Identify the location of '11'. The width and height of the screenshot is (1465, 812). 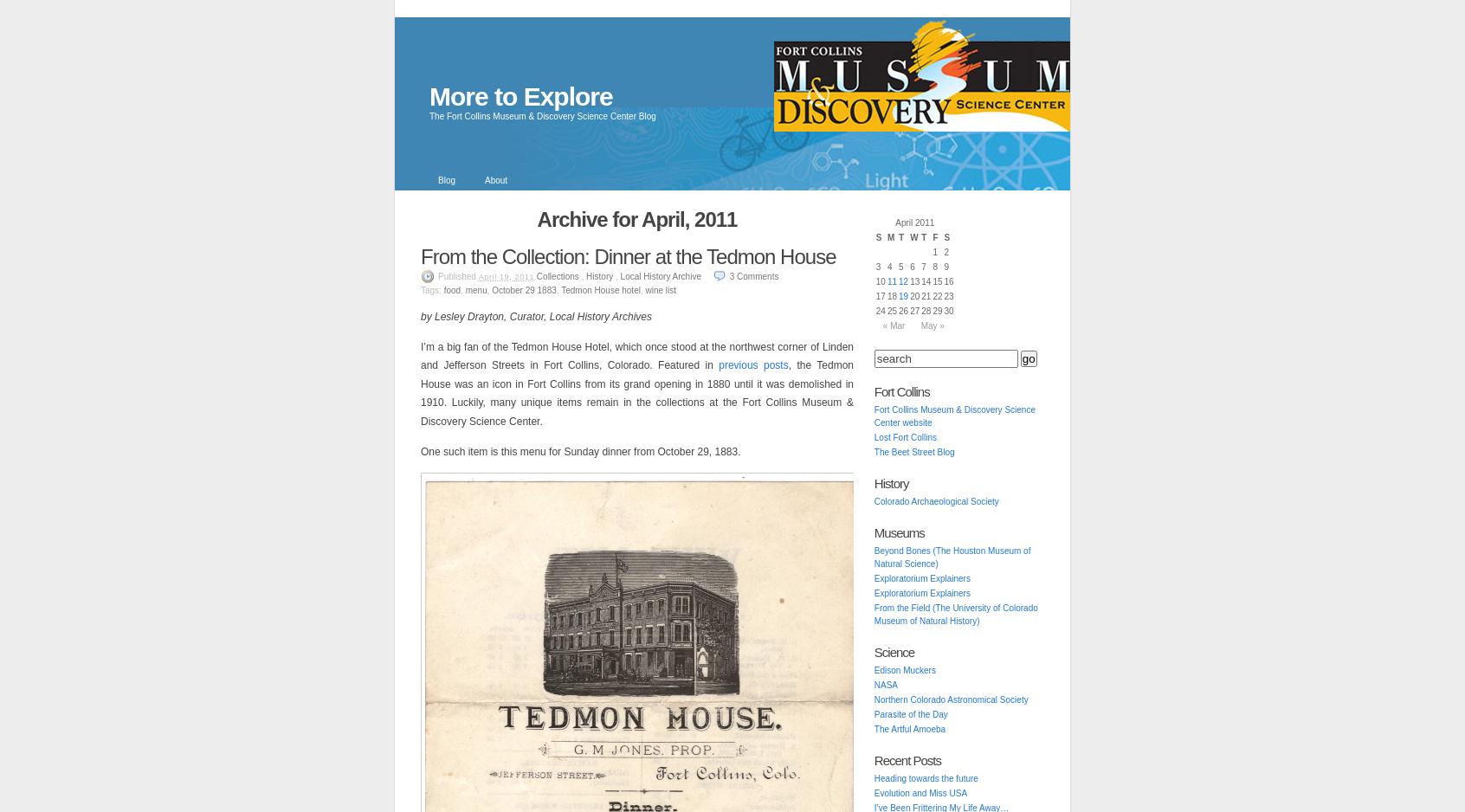
(885, 280).